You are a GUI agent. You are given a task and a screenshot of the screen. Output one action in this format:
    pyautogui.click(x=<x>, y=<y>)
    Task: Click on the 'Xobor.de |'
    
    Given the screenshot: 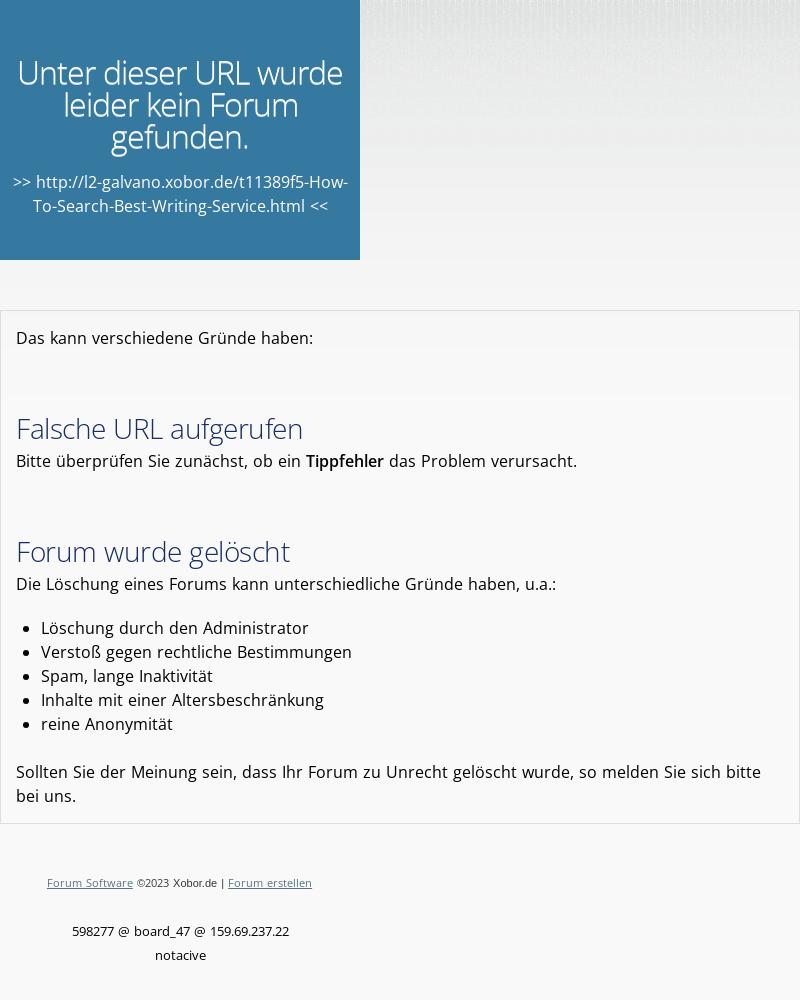 What is the action you would take?
    pyautogui.click(x=197, y=883)
    